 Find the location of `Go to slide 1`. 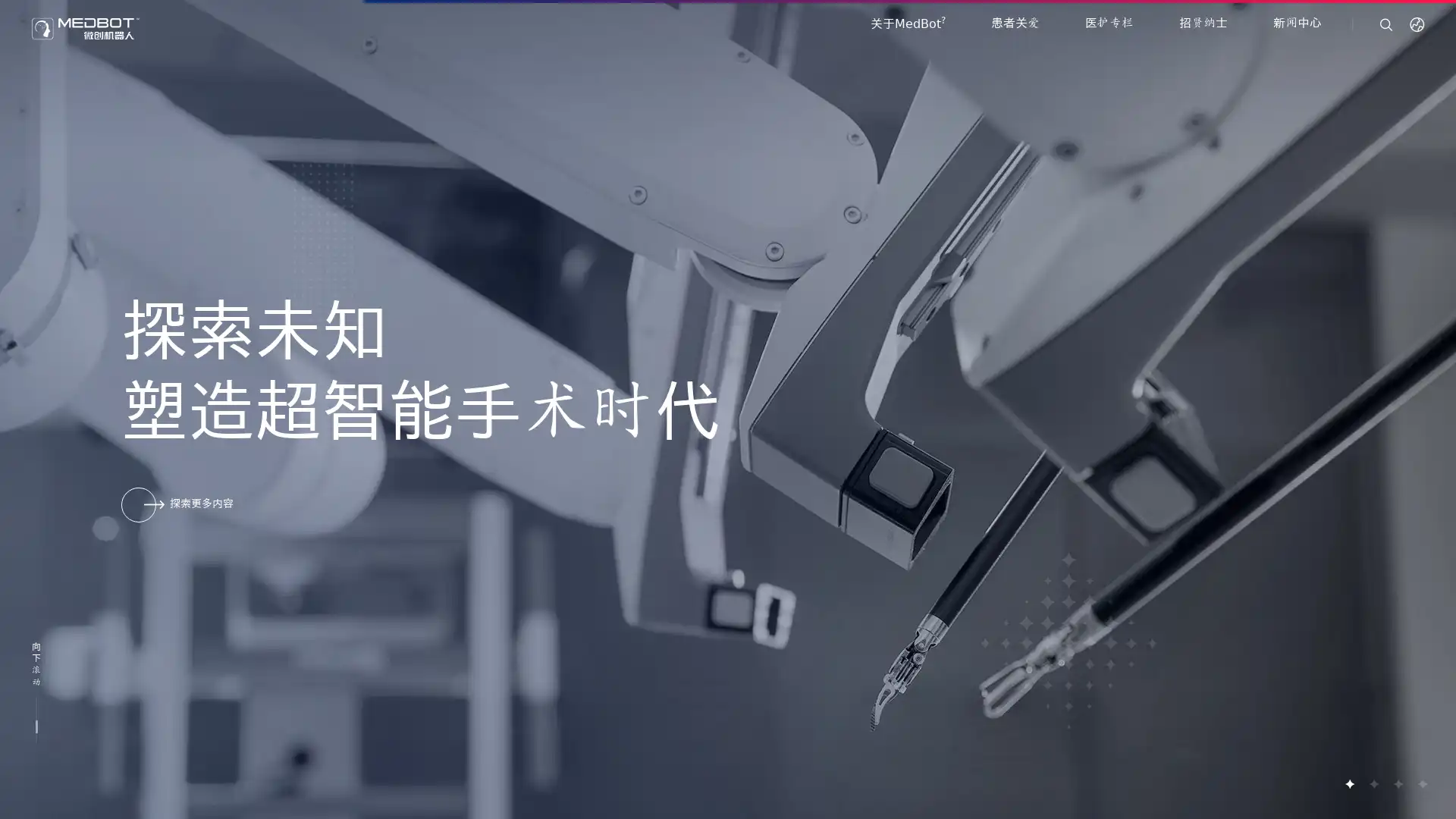

Go to slide 1 is located at coordinates (1349, 783).